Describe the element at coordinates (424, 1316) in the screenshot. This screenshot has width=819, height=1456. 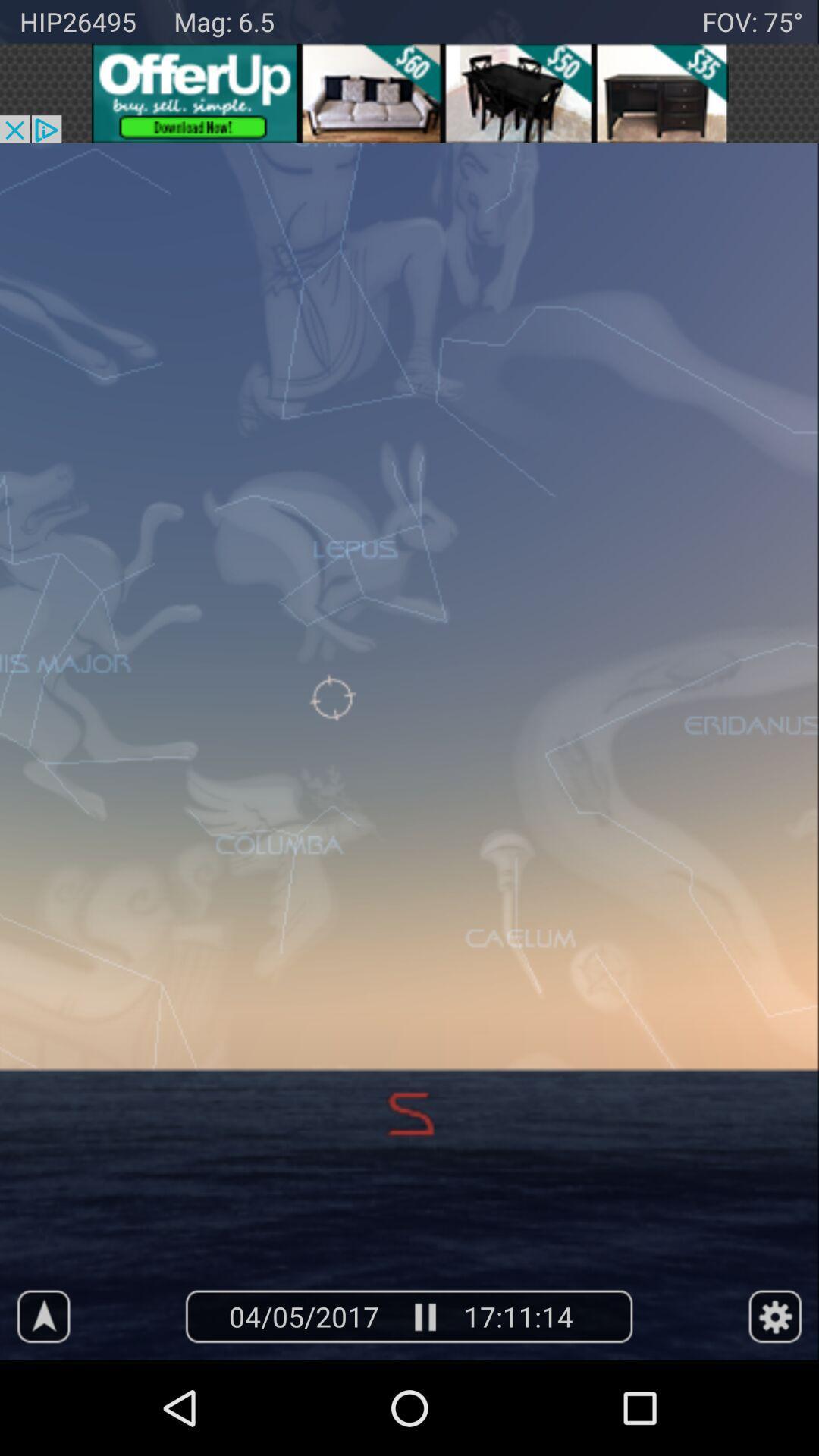
I see `paly an` at that location.